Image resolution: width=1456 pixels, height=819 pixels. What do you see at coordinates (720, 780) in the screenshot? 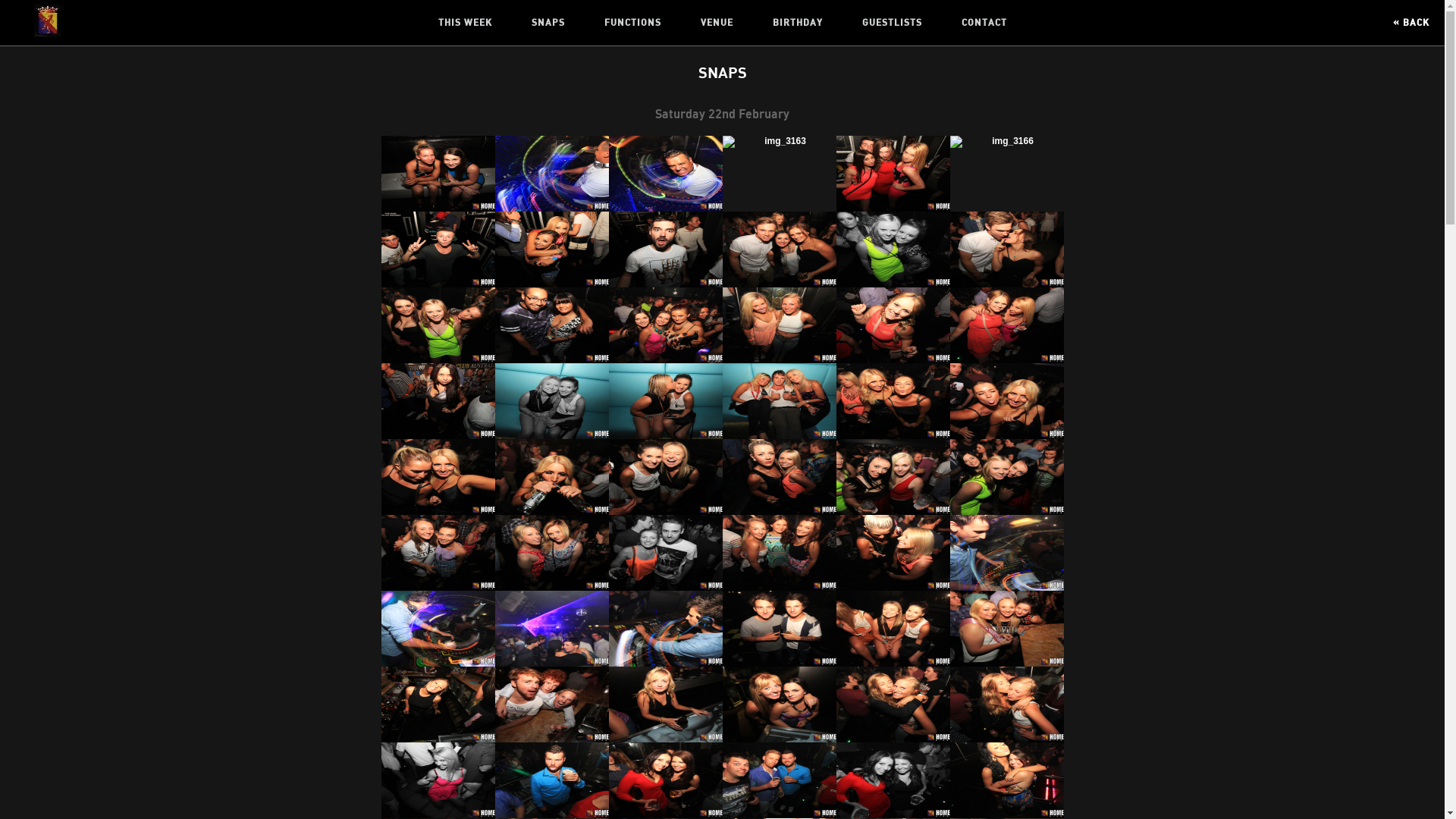
I see `' '` at bounding box center [720, 780].